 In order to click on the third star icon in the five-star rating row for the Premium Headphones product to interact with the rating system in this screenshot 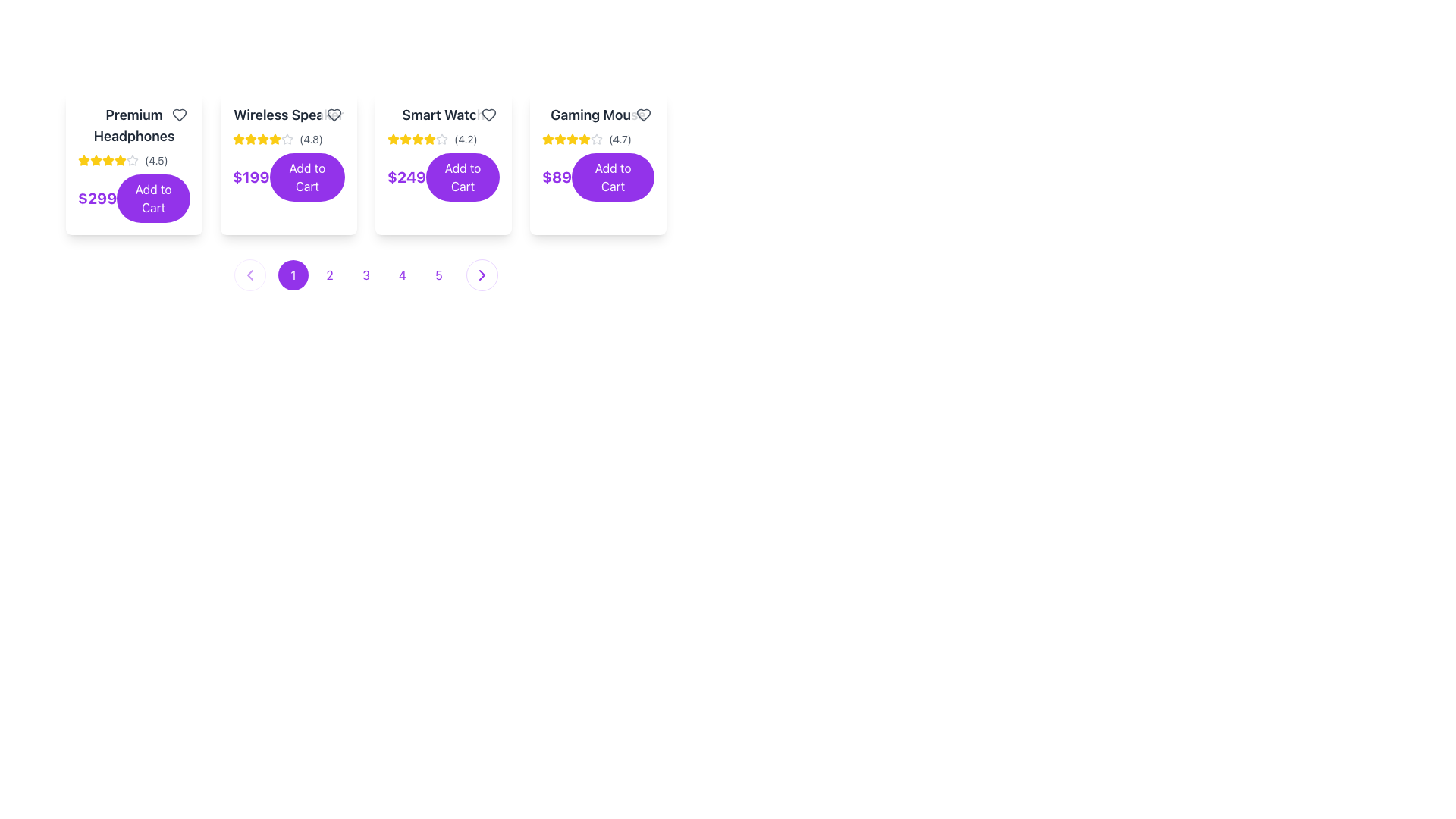, I will do `click(119, 160)`.